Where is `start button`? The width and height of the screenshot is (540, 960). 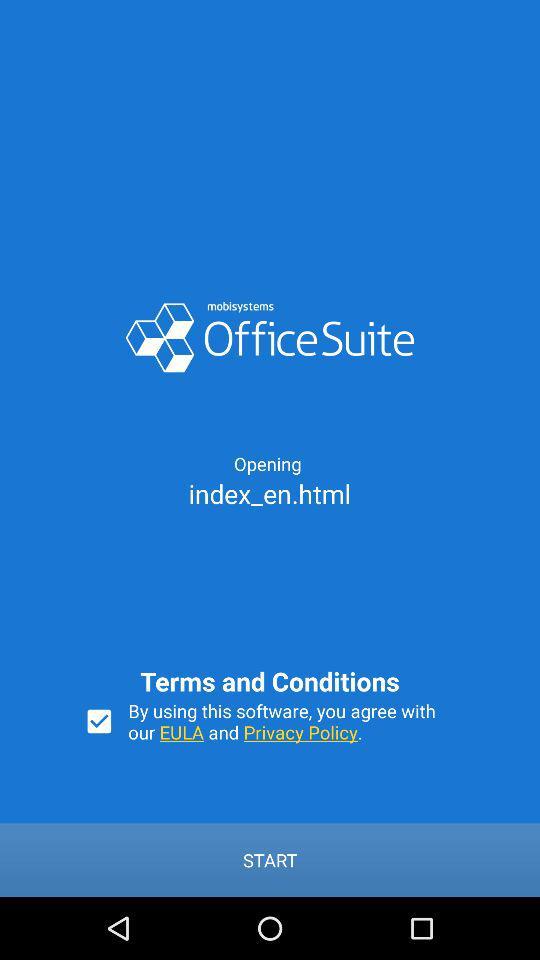 start button is located at coordinates (270, 859).